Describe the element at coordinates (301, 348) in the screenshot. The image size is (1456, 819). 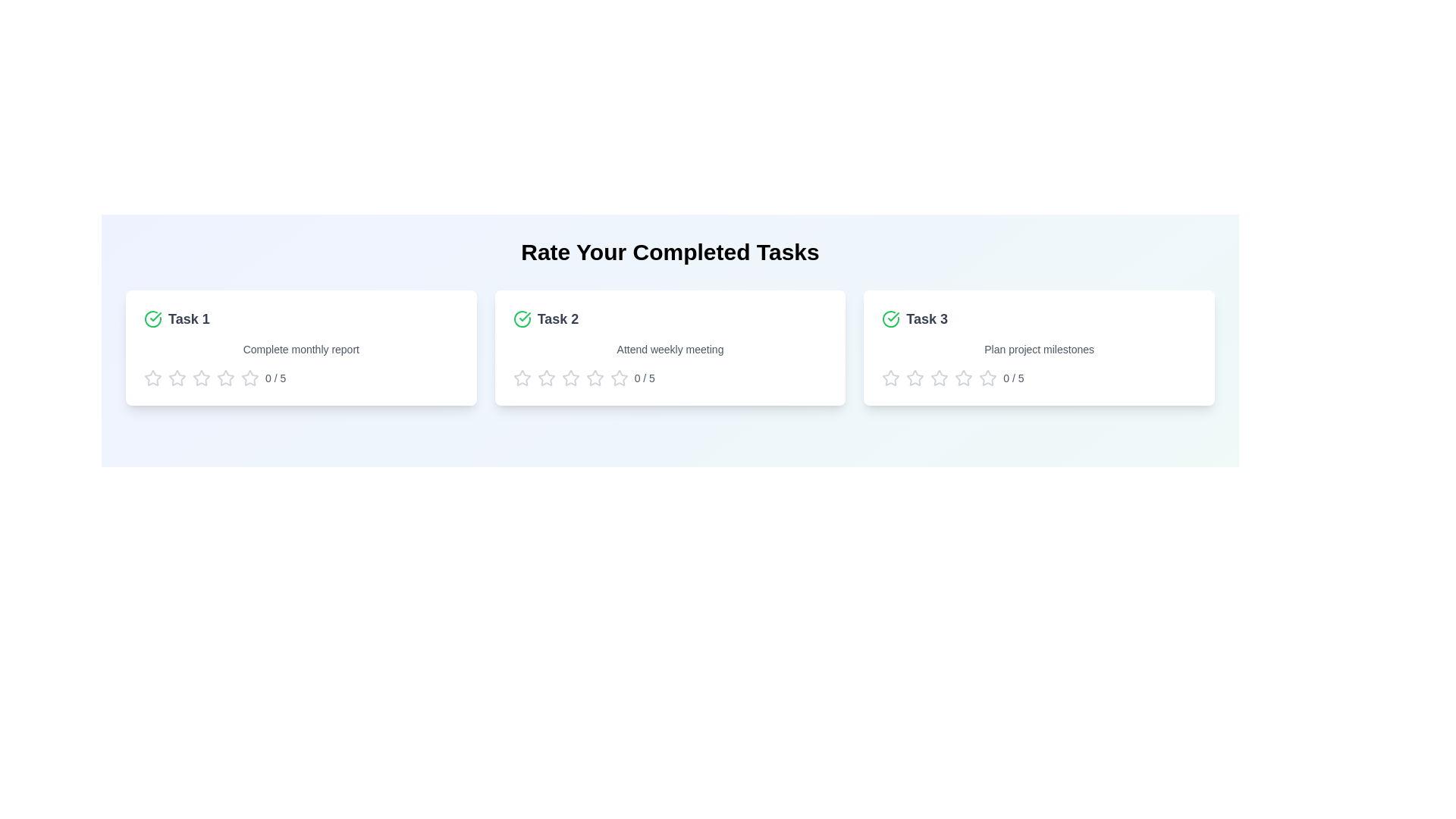
I see `the task card for Task 1` at that location.